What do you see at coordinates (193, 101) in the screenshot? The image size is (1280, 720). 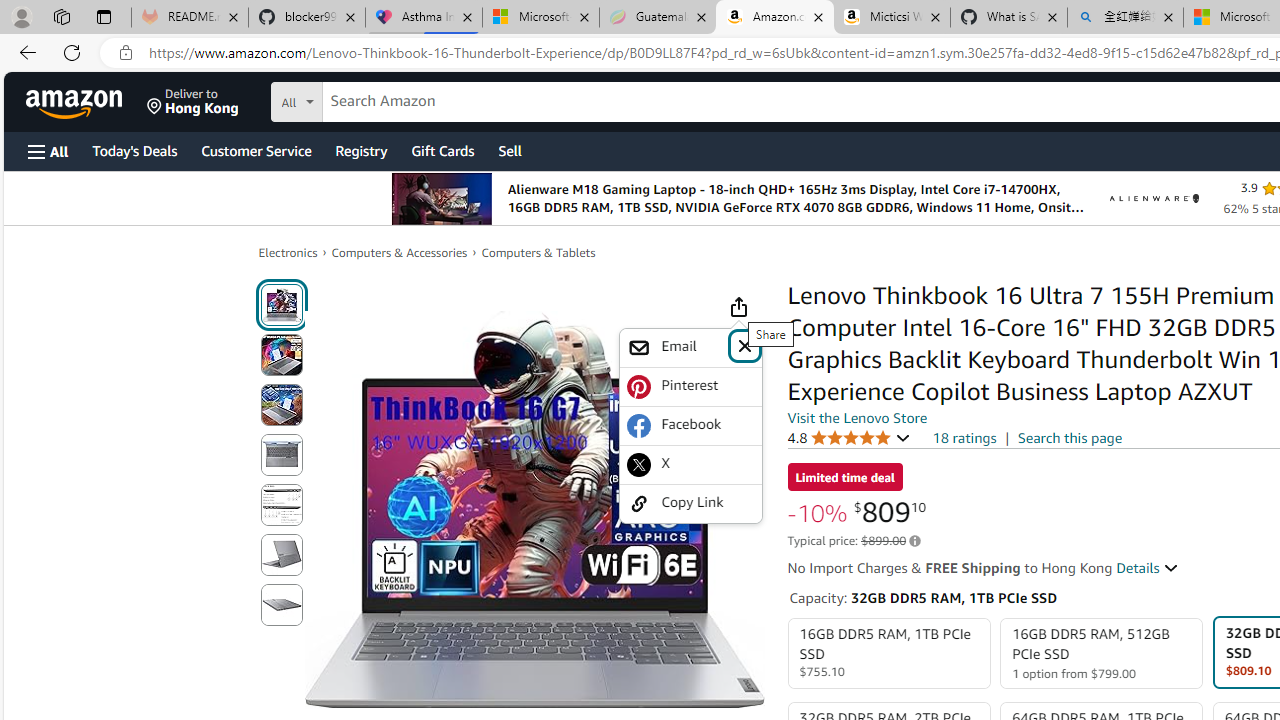 I see `'Deliver to Hong Kong'` at bounding box center [193, 101].